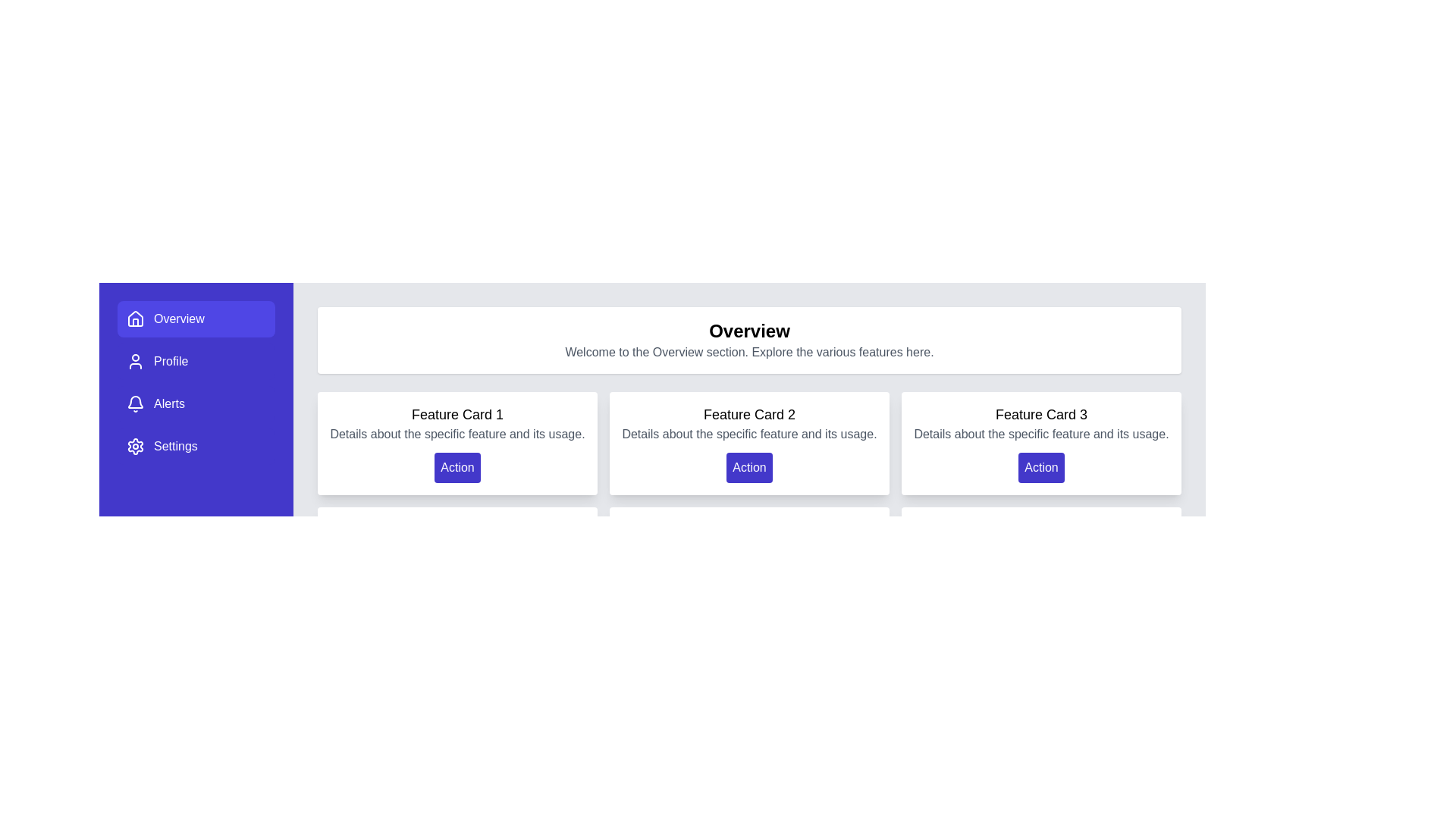 The image size is (1456, 819). Describe the element at coordinates (135, 362) in the screenshot. I see `the user profile icon located in the vertical navigation menu on the far left side, which is styled with thin strokes against a dark purple background and is the second item in the list of navigation items` at that location.